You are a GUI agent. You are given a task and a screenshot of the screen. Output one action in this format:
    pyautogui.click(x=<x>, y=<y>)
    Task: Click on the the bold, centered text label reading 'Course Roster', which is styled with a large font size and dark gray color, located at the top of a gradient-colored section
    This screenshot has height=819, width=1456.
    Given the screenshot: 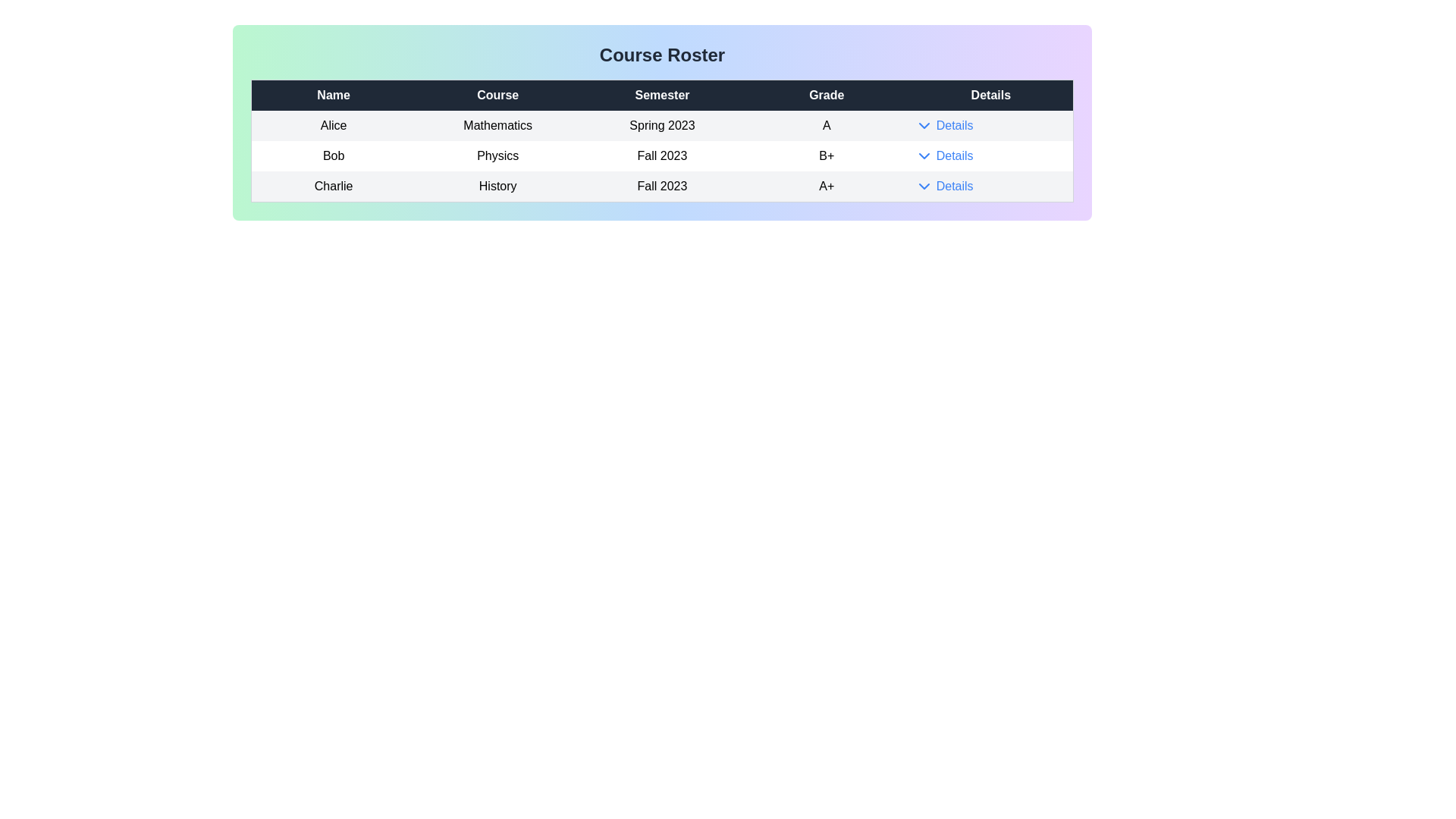 What is the action you would take?
    pyautogui.click(x=662, y=55)
    